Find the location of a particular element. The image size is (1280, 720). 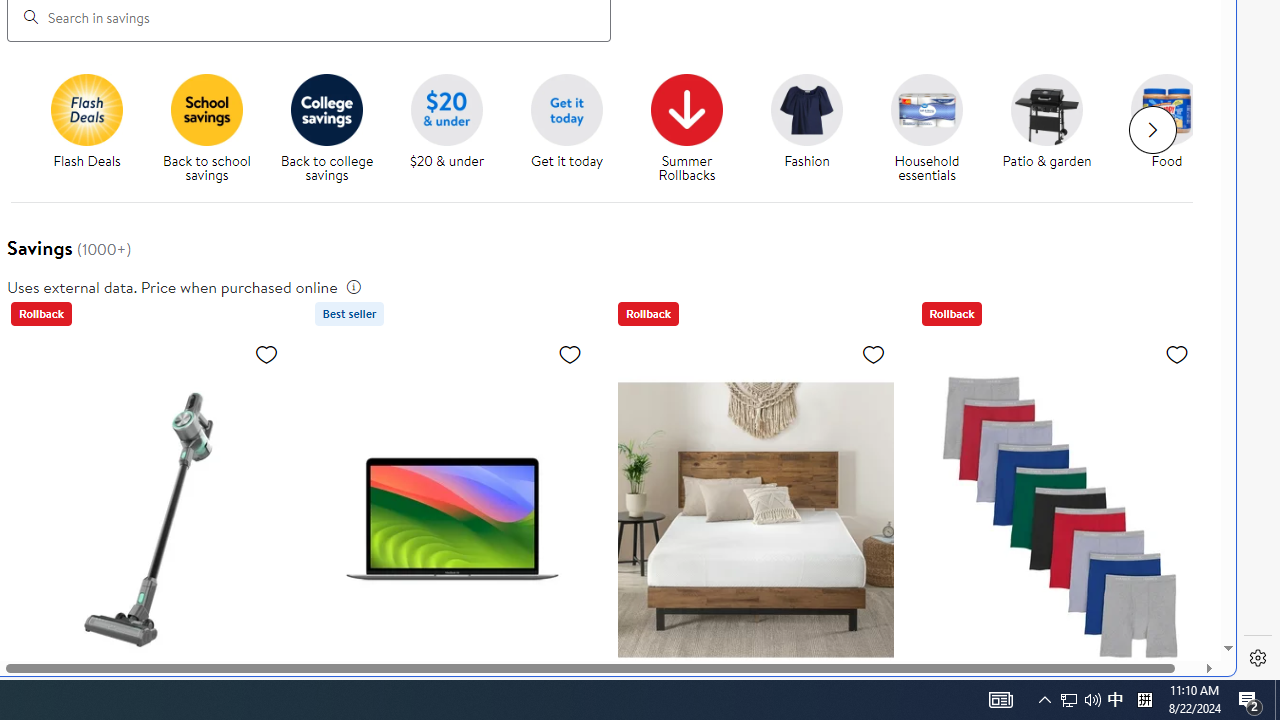

'Settings' is located at coordinates (1257, 658).